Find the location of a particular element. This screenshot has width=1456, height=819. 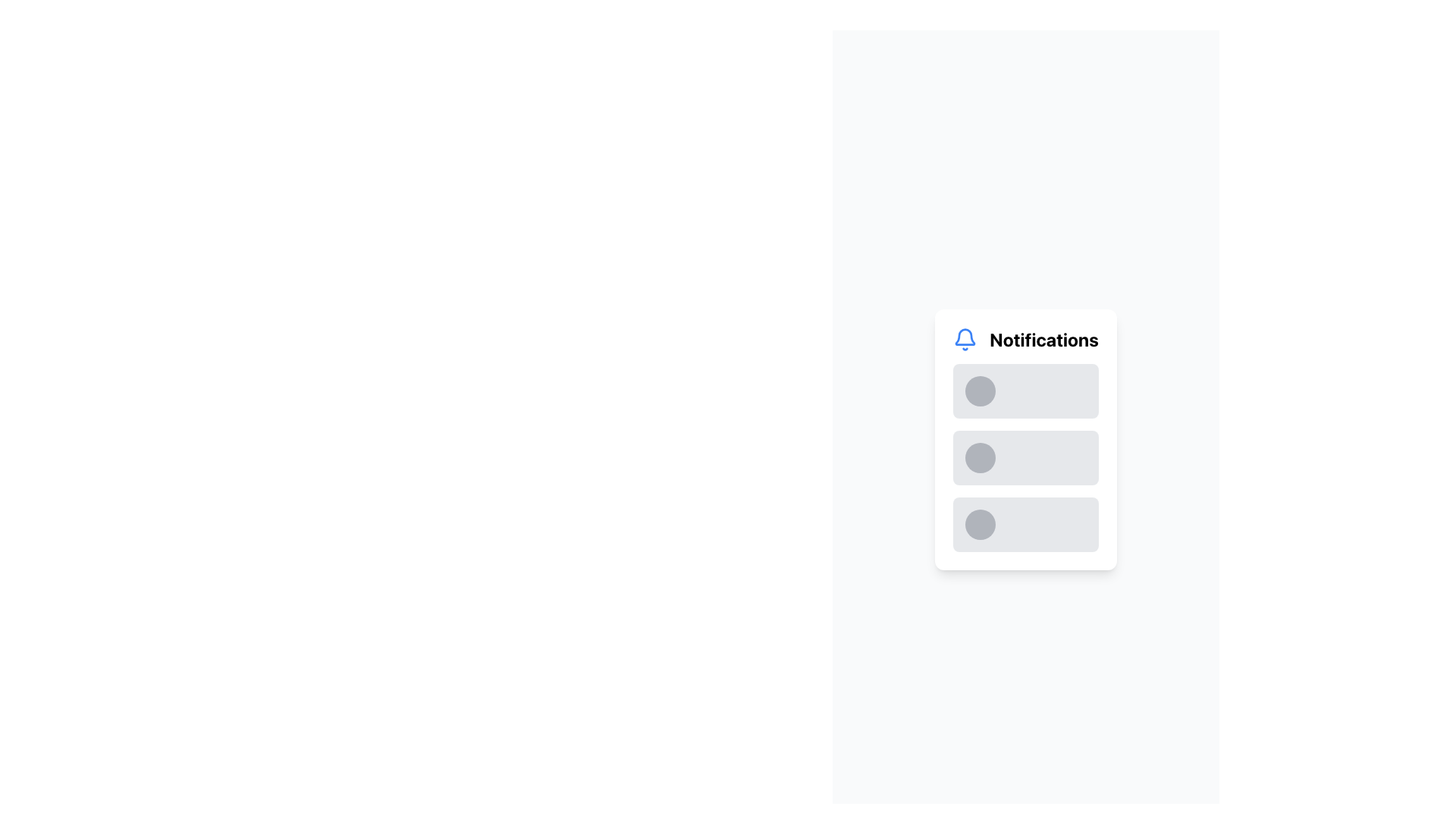

the circular placeholder component with a gray background to reveal additional actions is located at coordinates (981, 523).